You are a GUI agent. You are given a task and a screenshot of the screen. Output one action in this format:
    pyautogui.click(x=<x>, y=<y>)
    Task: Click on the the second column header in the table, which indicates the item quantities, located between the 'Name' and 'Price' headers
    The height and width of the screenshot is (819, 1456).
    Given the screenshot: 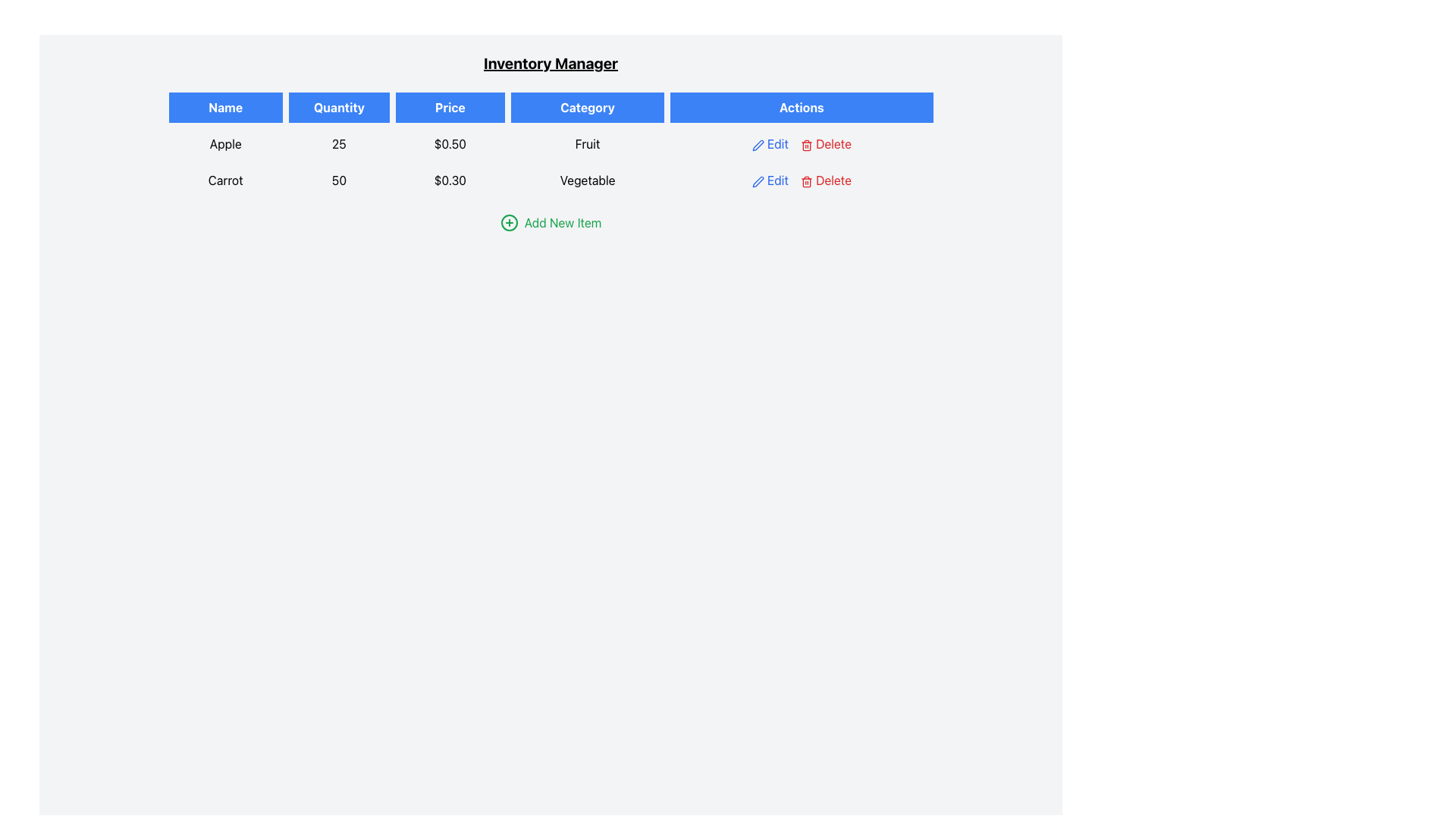 What is the action you would take?
    pyautogui.click(x=338, y=107)
    